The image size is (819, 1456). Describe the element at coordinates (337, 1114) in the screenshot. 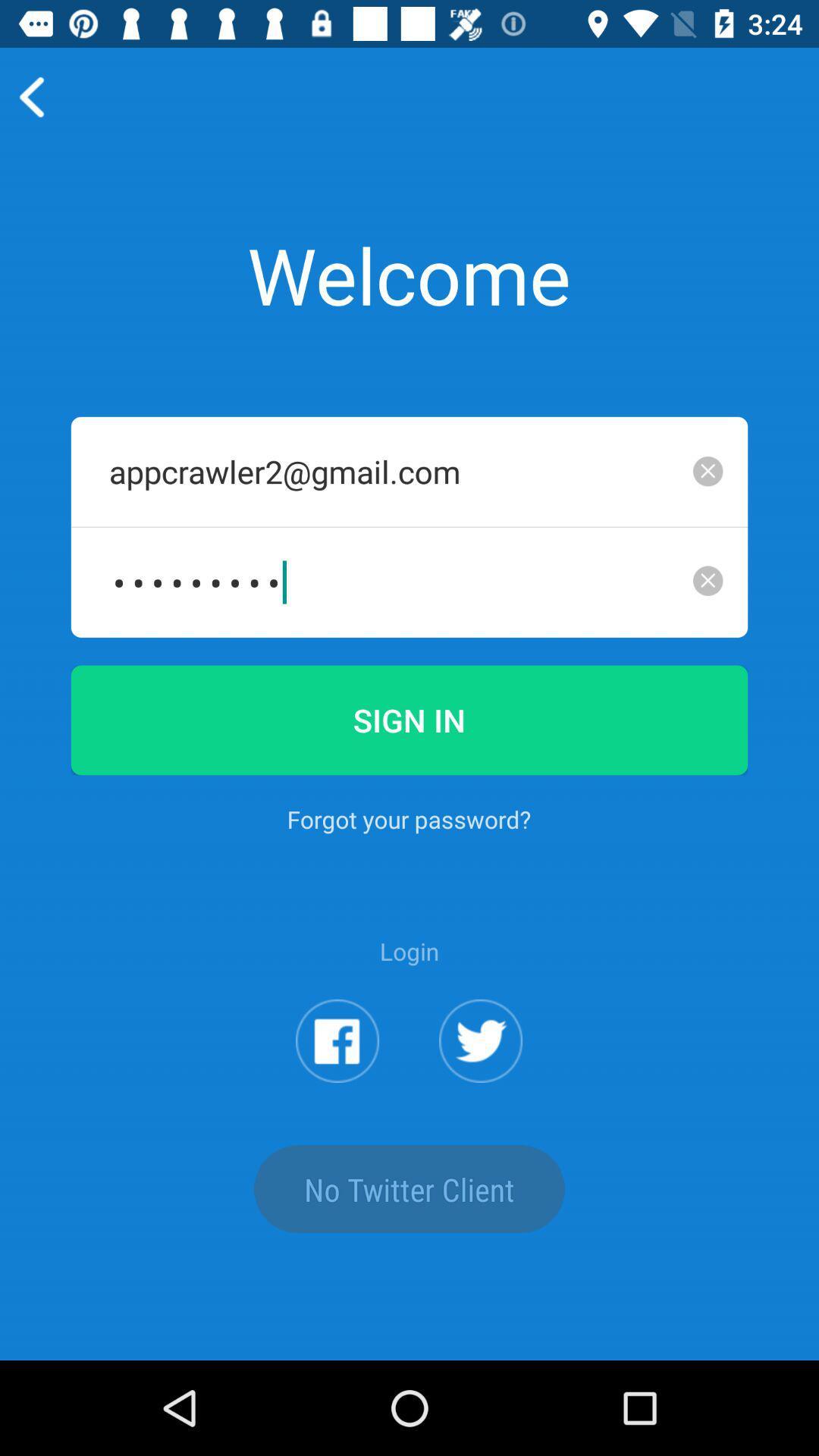

I see `the facebook icon` at that location.